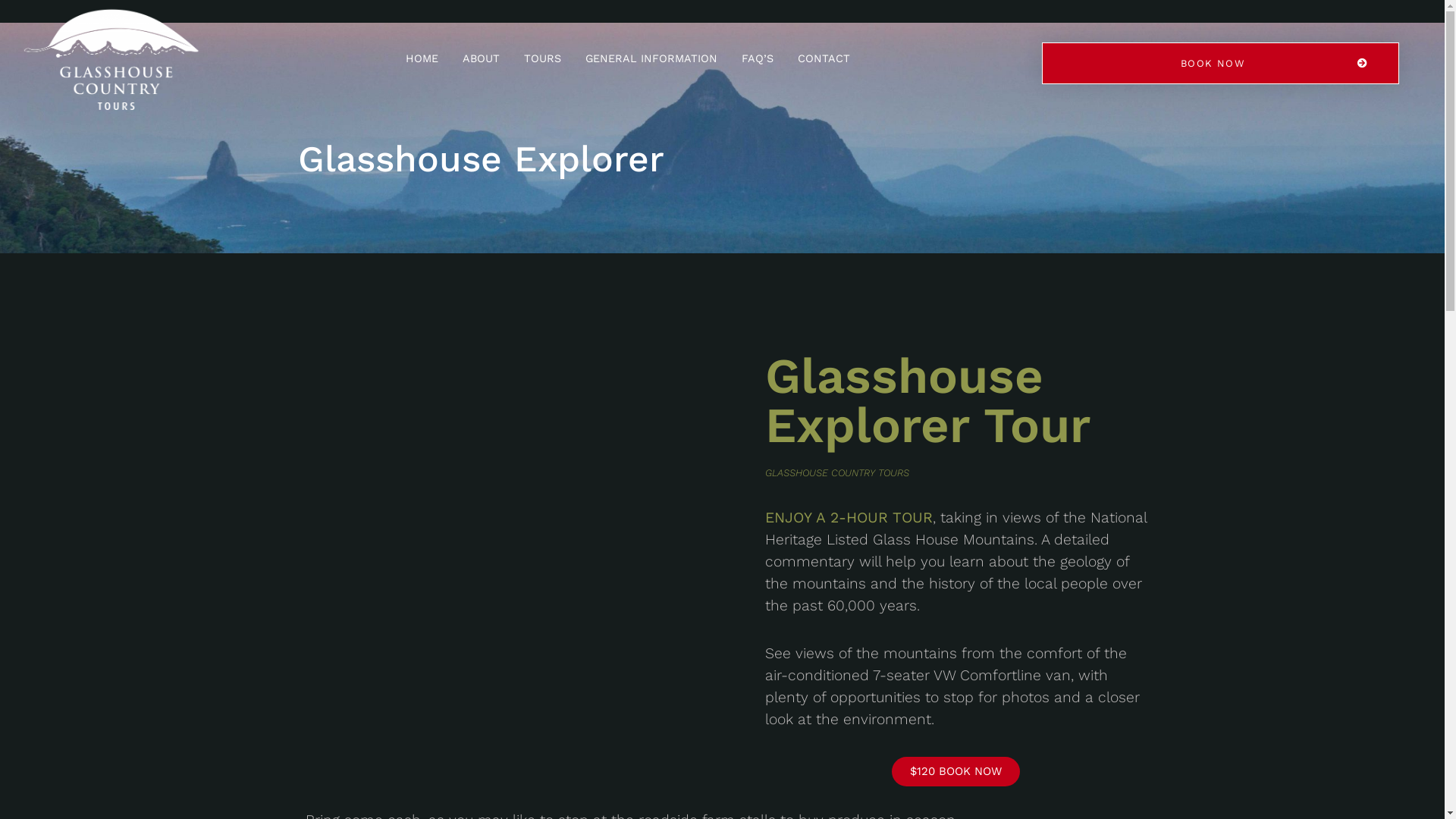 The image size is (1456, 819). Describe the element at coordinates (542, 58) in the screenshot. I see `'TOURS'` at that location.